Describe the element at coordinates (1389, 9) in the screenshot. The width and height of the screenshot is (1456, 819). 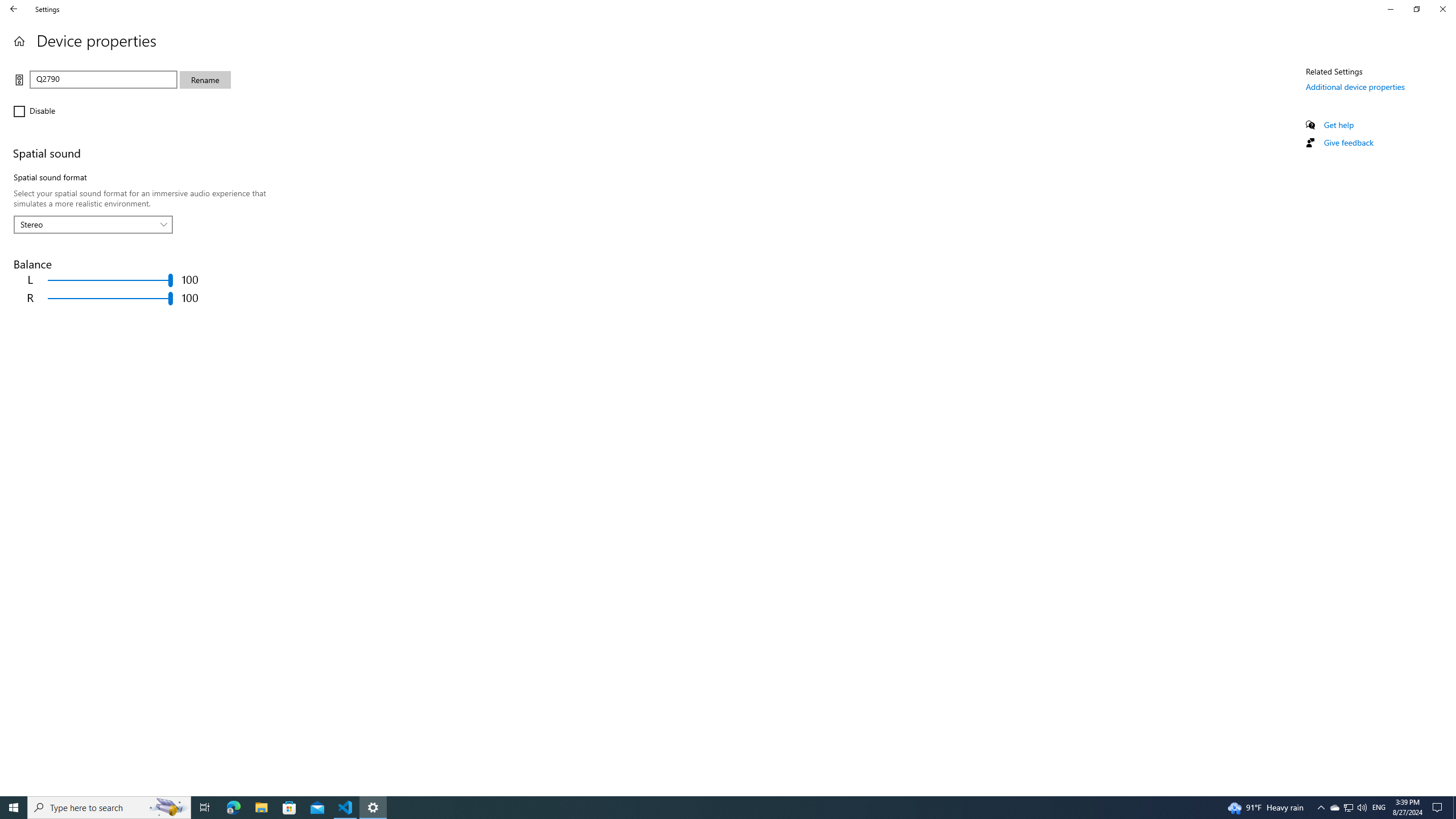
I see `'Minimize Settings'` at that location.